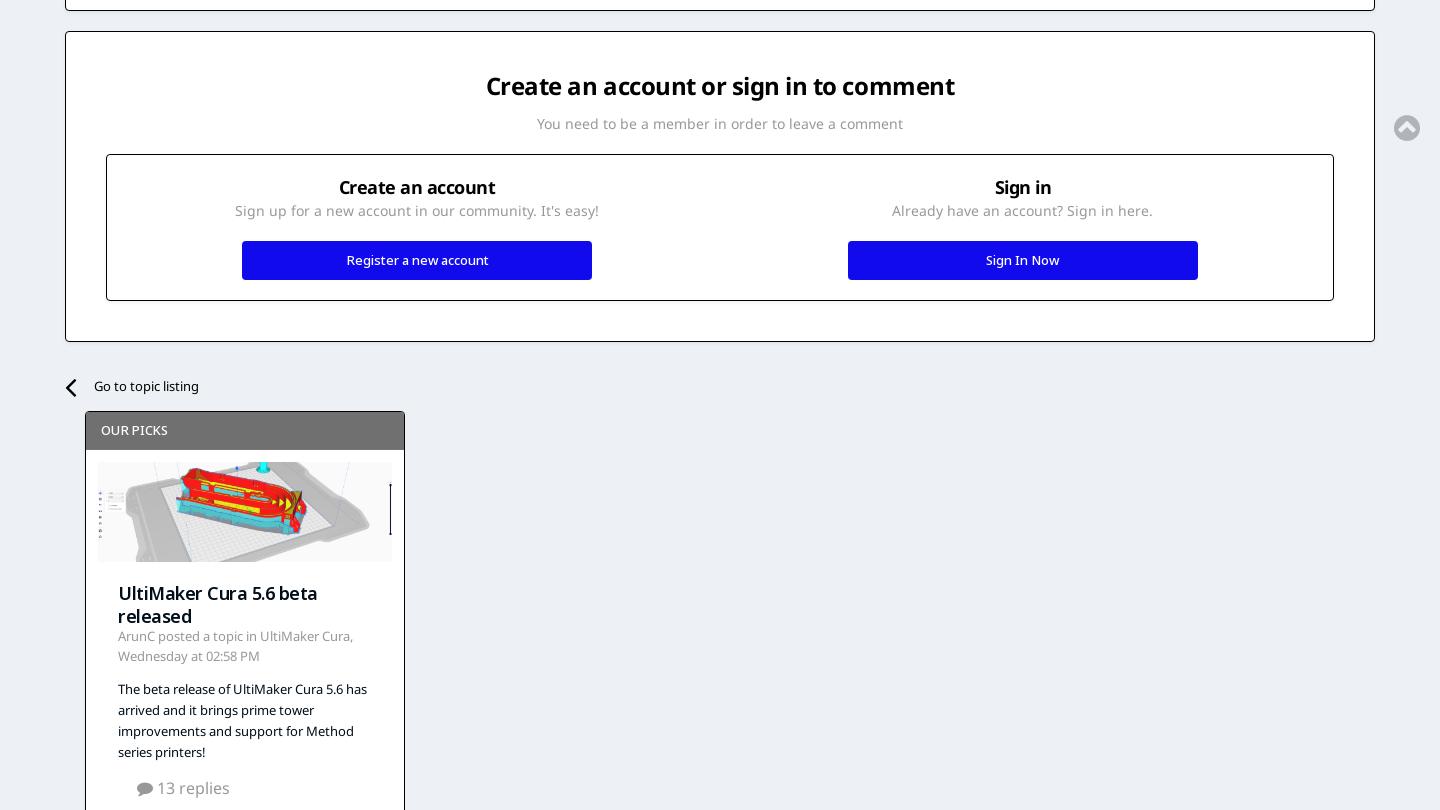  Describe the element at coordinates (483, 85) in the screenshot. I see `'Create an account or sign in to comment'` at that location.